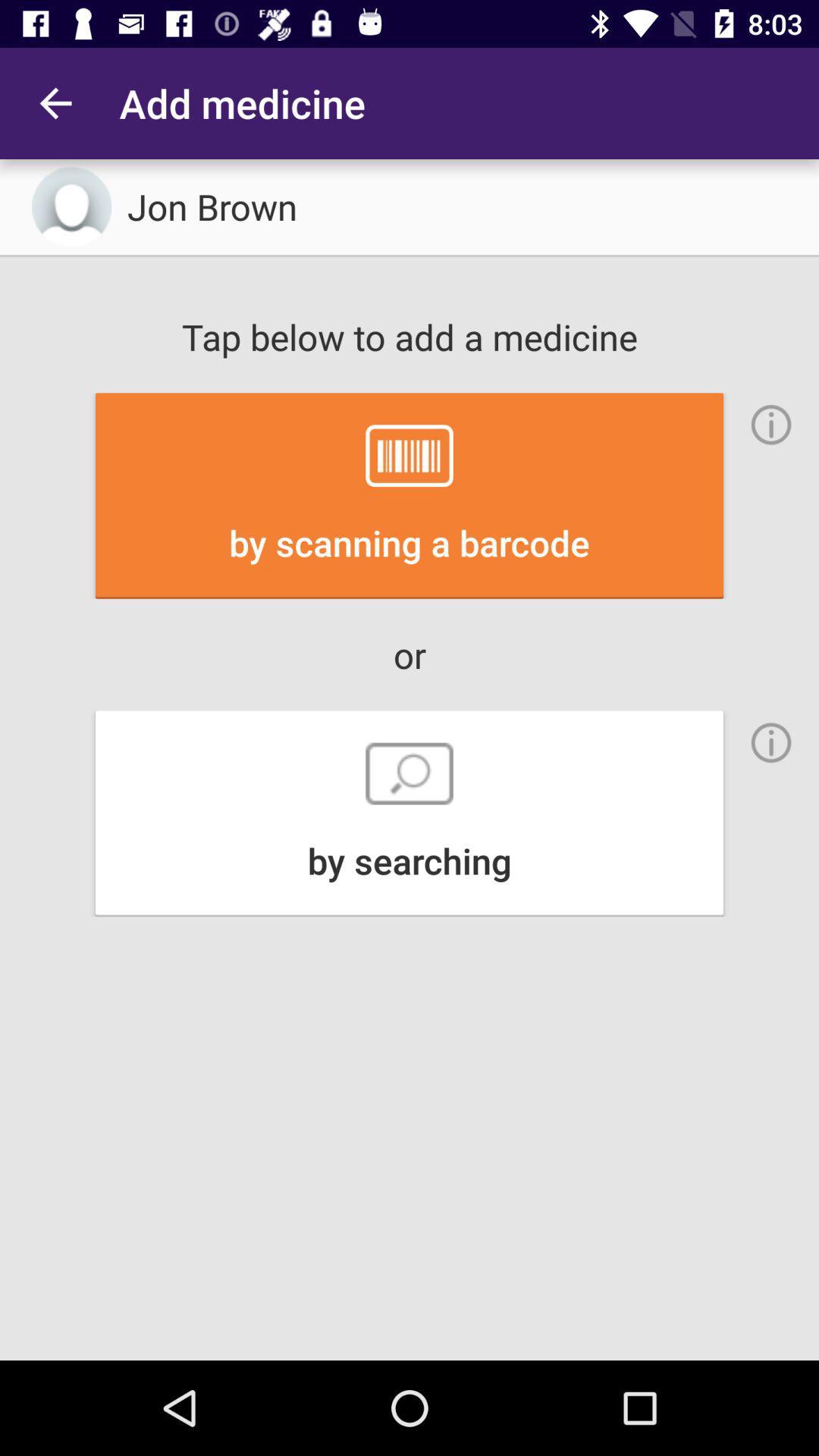 The height and width of the screenshot is (1456, 819). What do you see at coordinates (771, 742) in the screenshot?
I see `the info icon` at bounding box center [771, 742].